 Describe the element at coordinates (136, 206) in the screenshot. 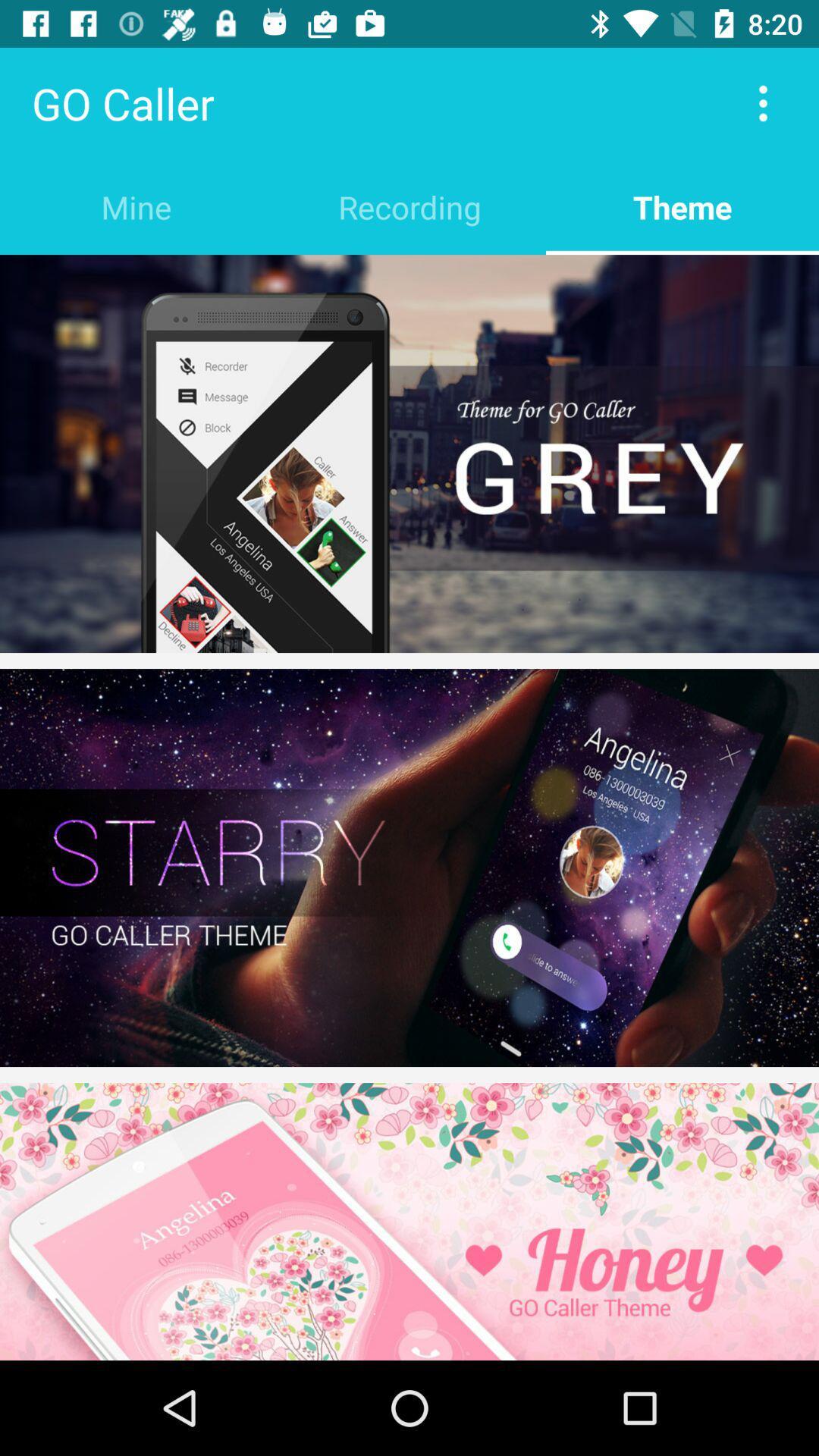

I see `the mine at the top left corner` at that location.